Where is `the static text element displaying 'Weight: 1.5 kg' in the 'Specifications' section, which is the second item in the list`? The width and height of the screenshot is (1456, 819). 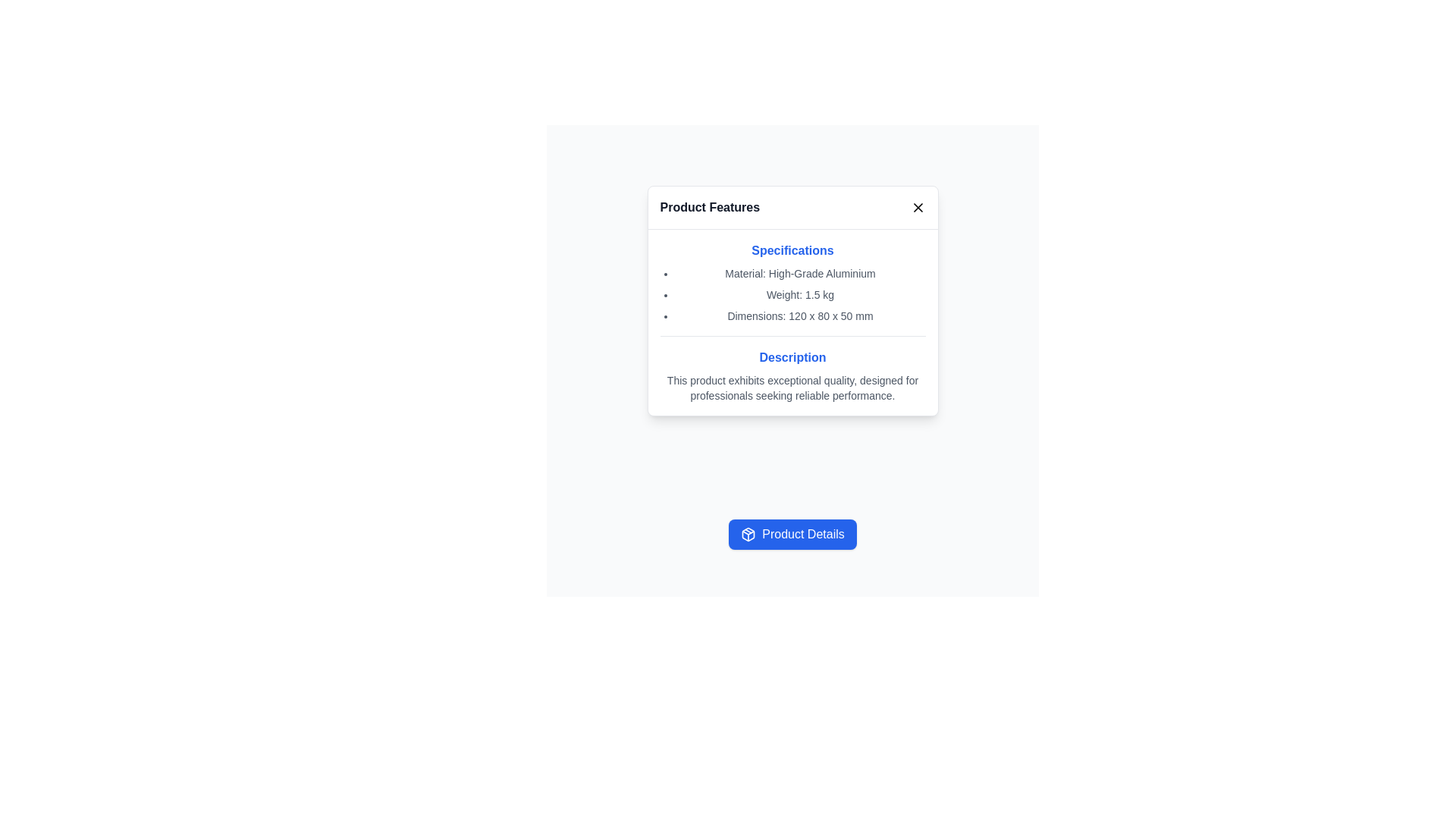
the static text element displaying 'Weight: 1.5 kg' in the 'Specifications' section, which is the second item in the list is located at coordinates (799, 295).